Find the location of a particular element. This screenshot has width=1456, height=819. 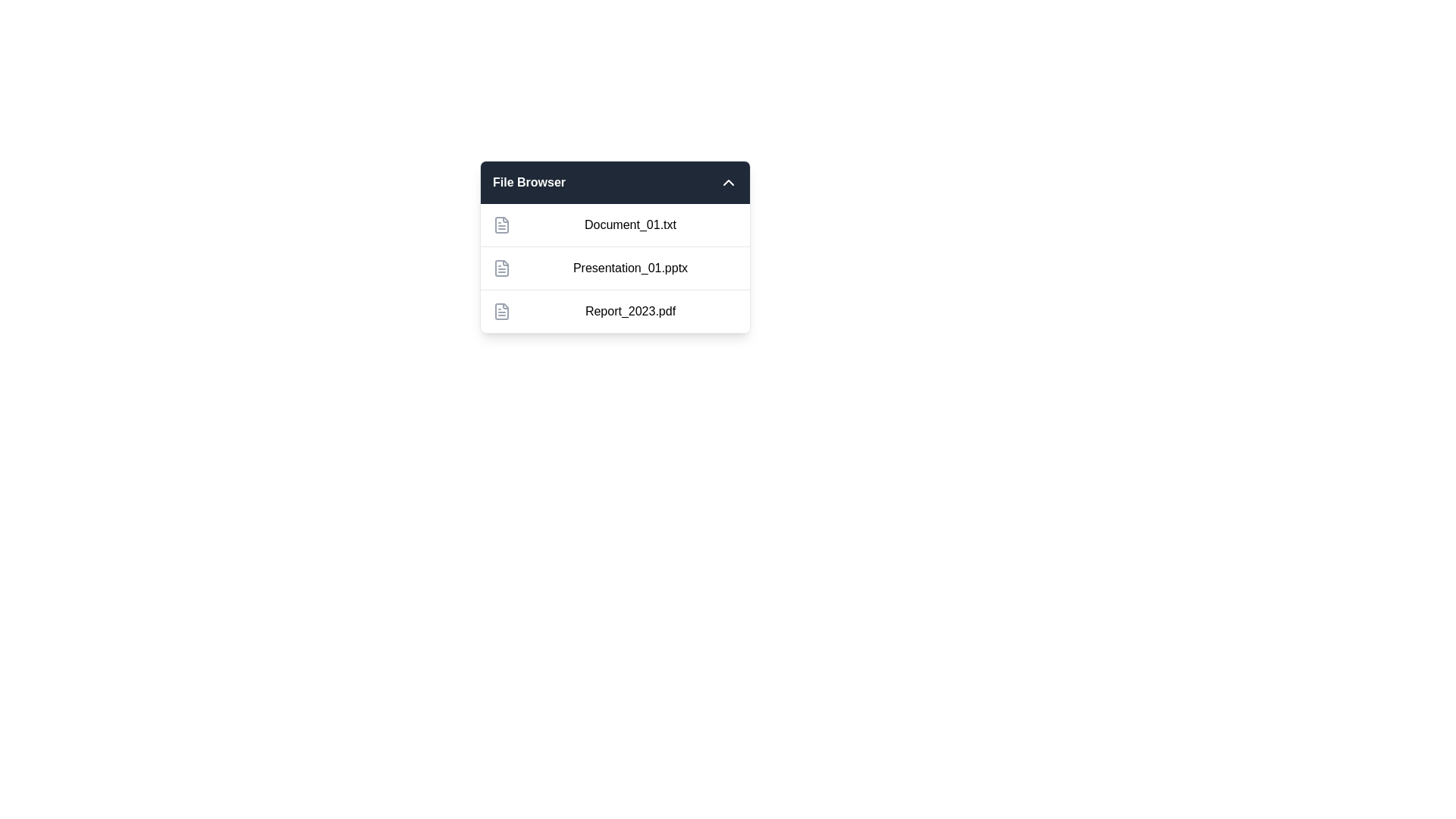

the file Presentation_01.pptx from the list is located at coordinates (615, 267).